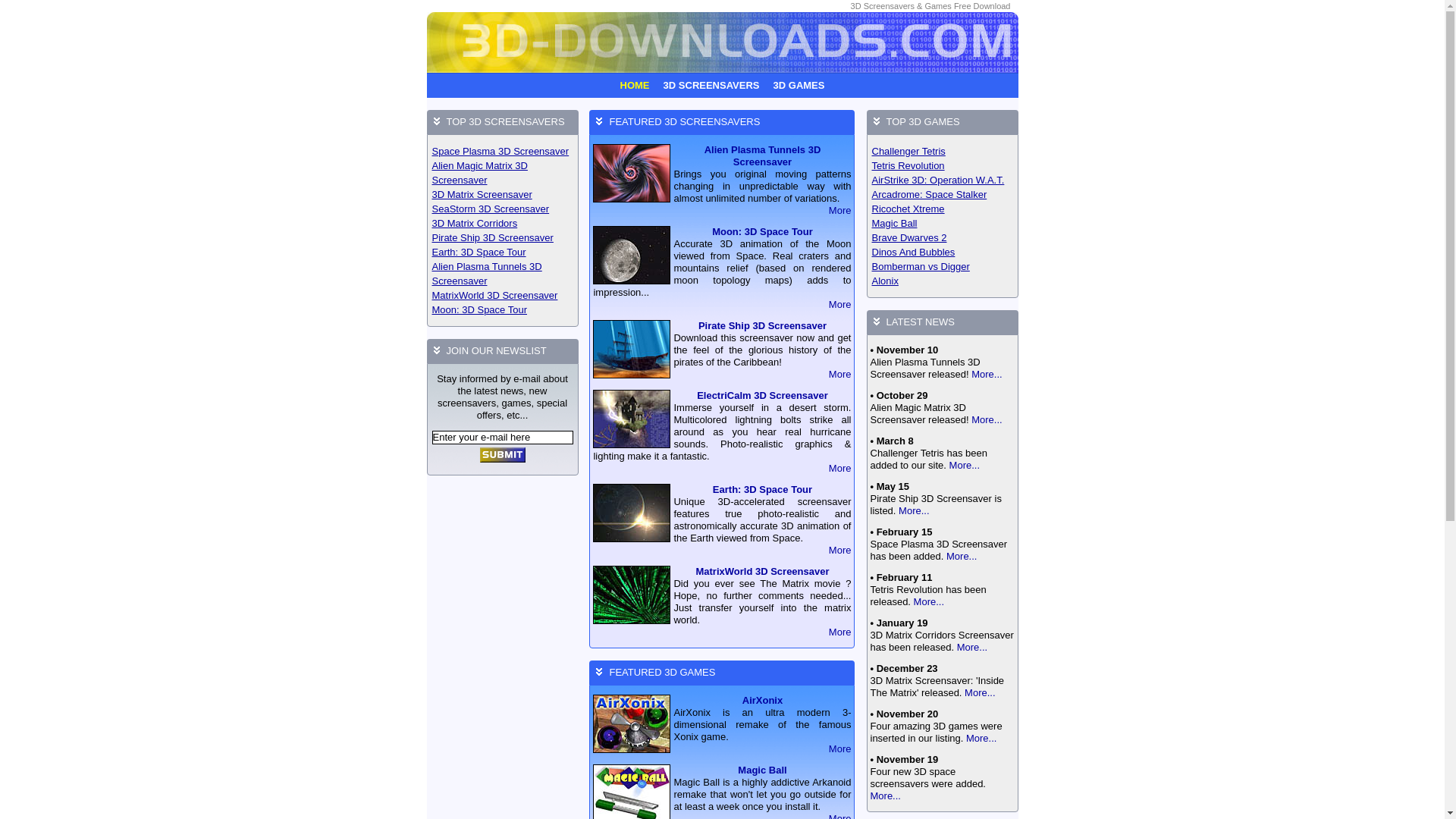 Image resolution: width=1456 pixels, height=819 pixels. I want to click on 'Challenger Tetris', so click(942, 151).